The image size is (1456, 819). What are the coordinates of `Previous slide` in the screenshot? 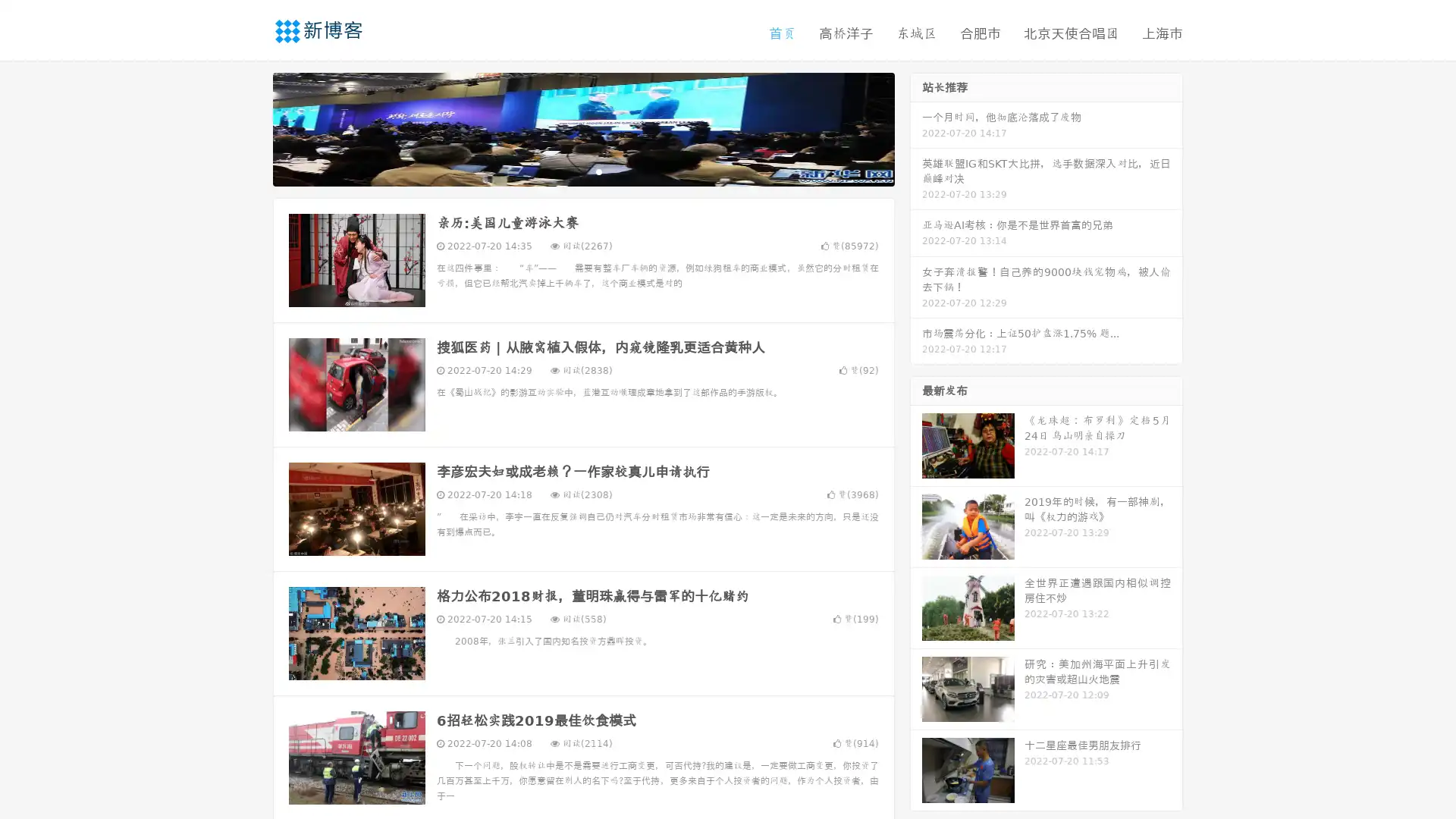 It's located at (250, 127).